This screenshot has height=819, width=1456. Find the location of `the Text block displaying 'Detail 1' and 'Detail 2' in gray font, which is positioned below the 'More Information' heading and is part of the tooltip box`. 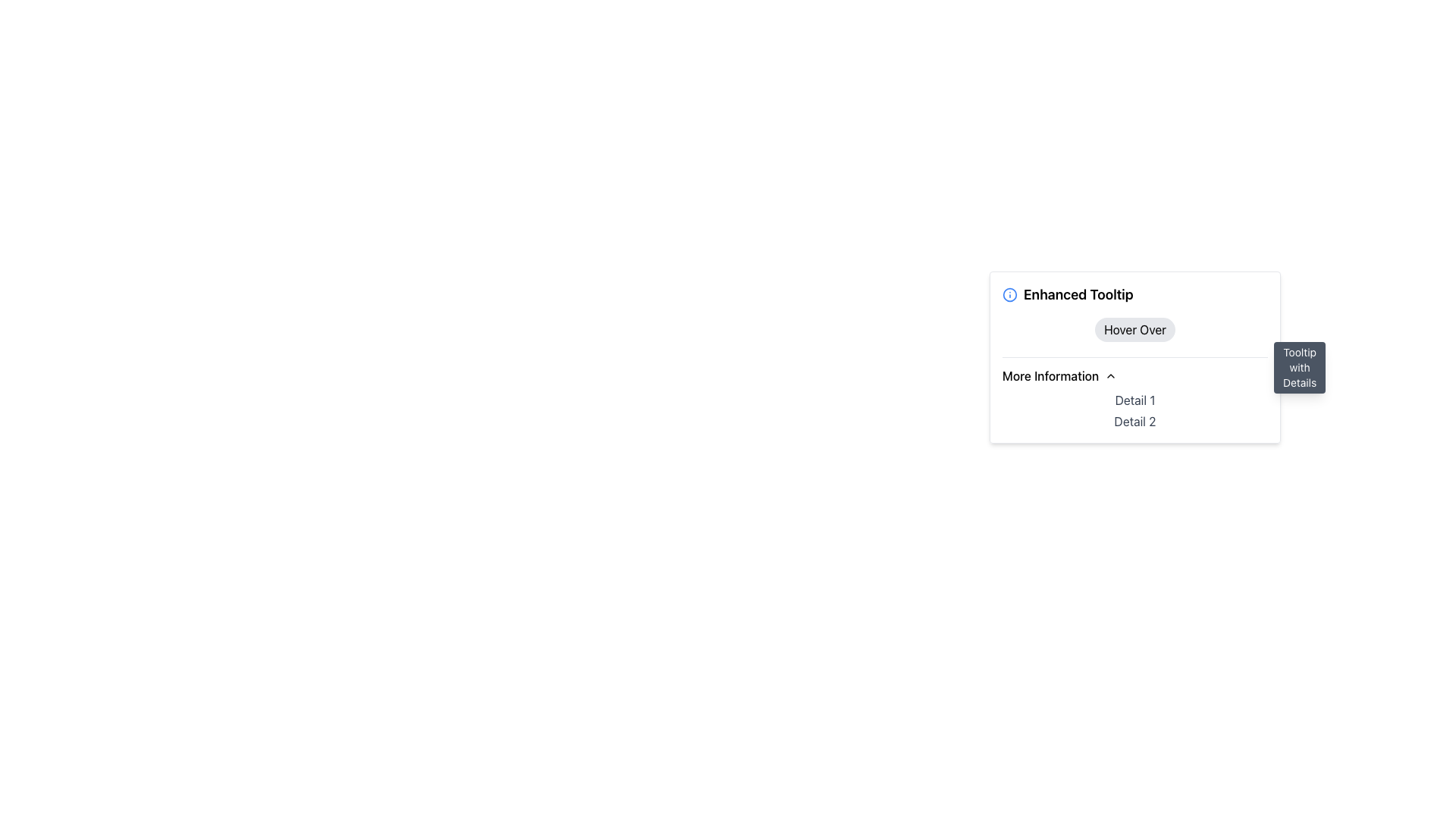

the Text block displaying 'Detail 1' and 'Detail 2' in gray font, which is positioned below the 'More Information' heading and is part of the tooltip box is located at coordinates (1135, 411).